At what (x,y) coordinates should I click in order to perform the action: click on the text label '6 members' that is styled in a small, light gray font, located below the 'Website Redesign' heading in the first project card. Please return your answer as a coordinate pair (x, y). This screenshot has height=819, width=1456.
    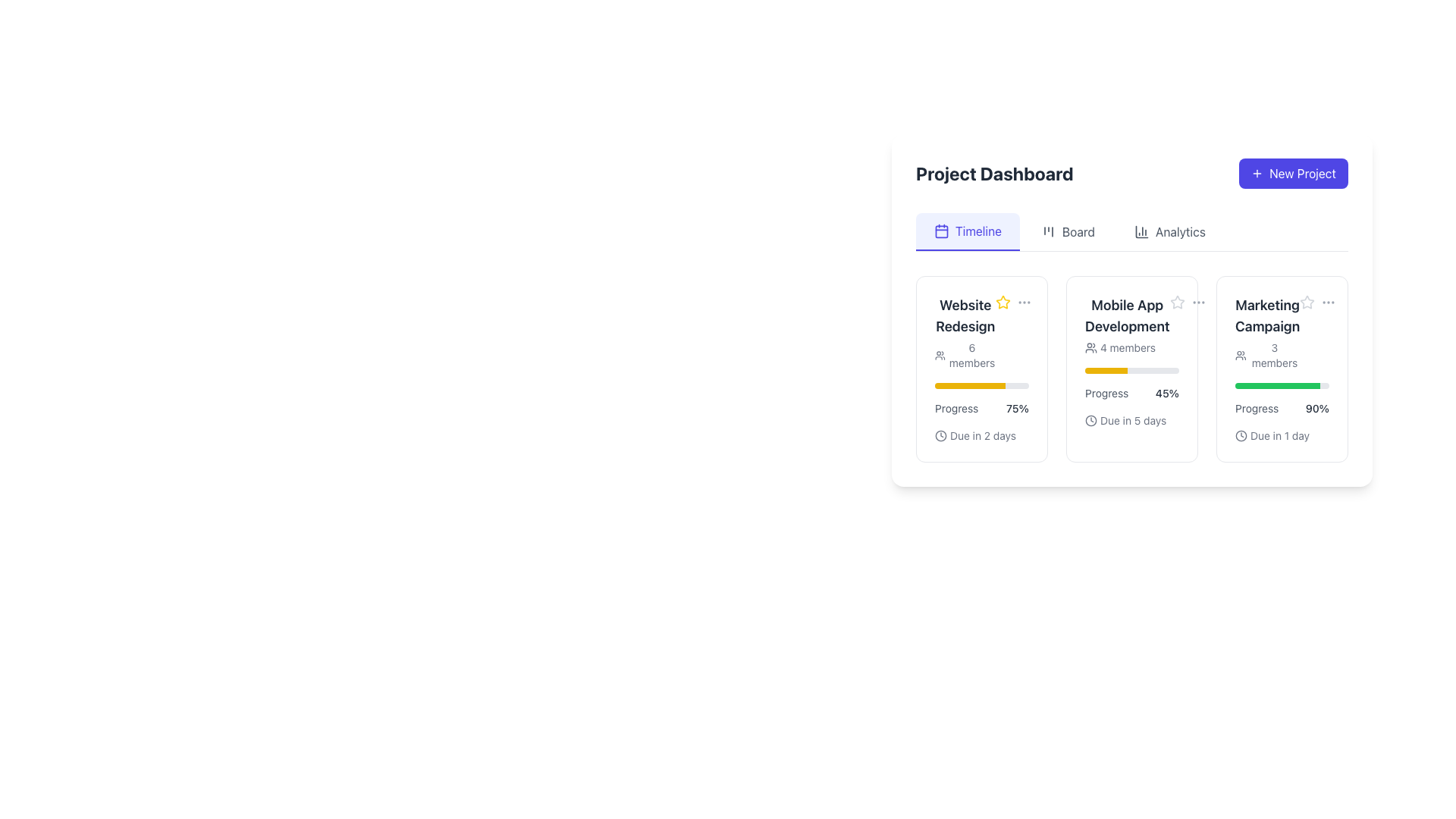
    Looking at the image, I should click on (965, 356).